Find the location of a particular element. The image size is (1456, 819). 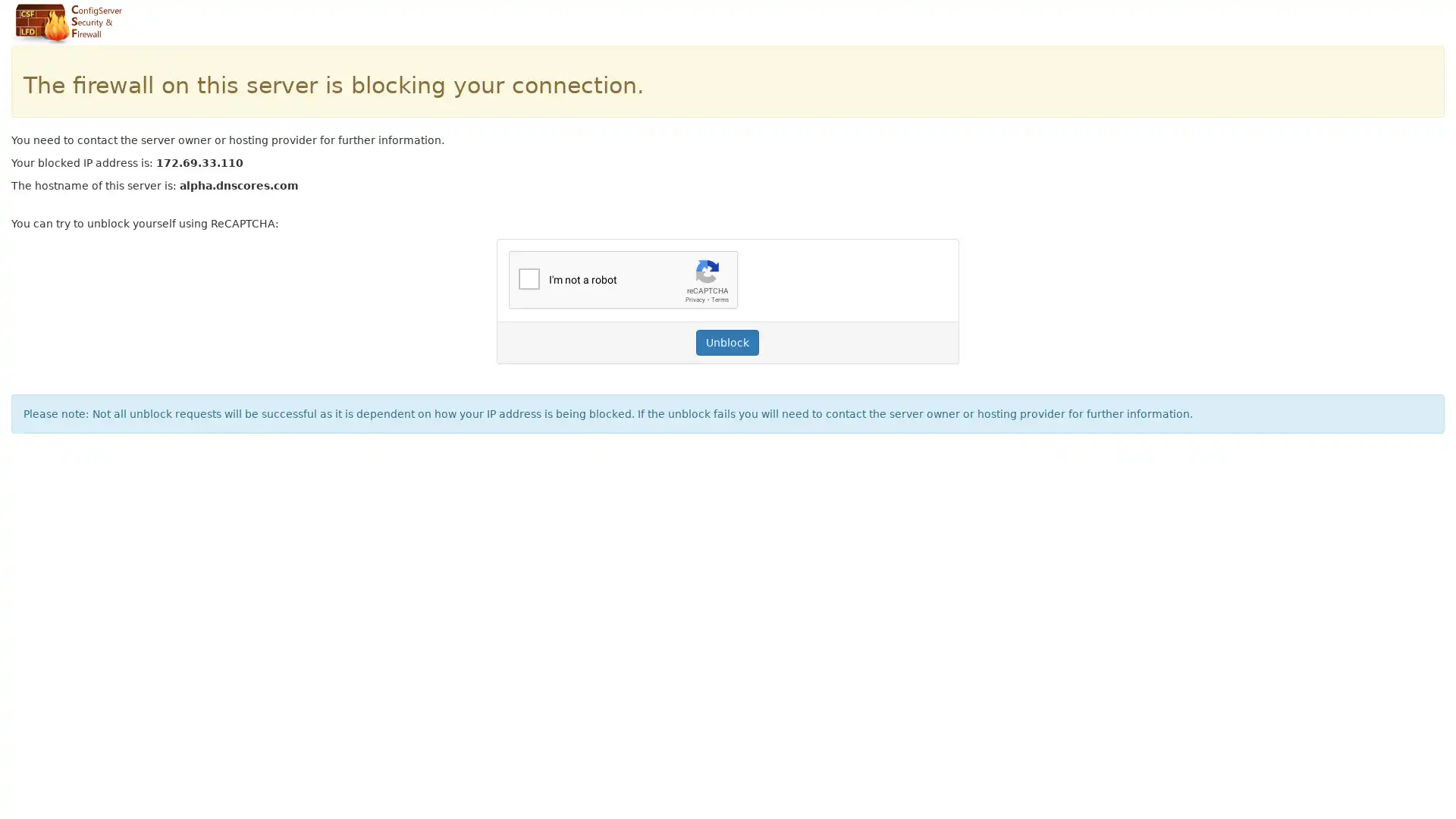

Unblock is located at coordinates (726, 342).